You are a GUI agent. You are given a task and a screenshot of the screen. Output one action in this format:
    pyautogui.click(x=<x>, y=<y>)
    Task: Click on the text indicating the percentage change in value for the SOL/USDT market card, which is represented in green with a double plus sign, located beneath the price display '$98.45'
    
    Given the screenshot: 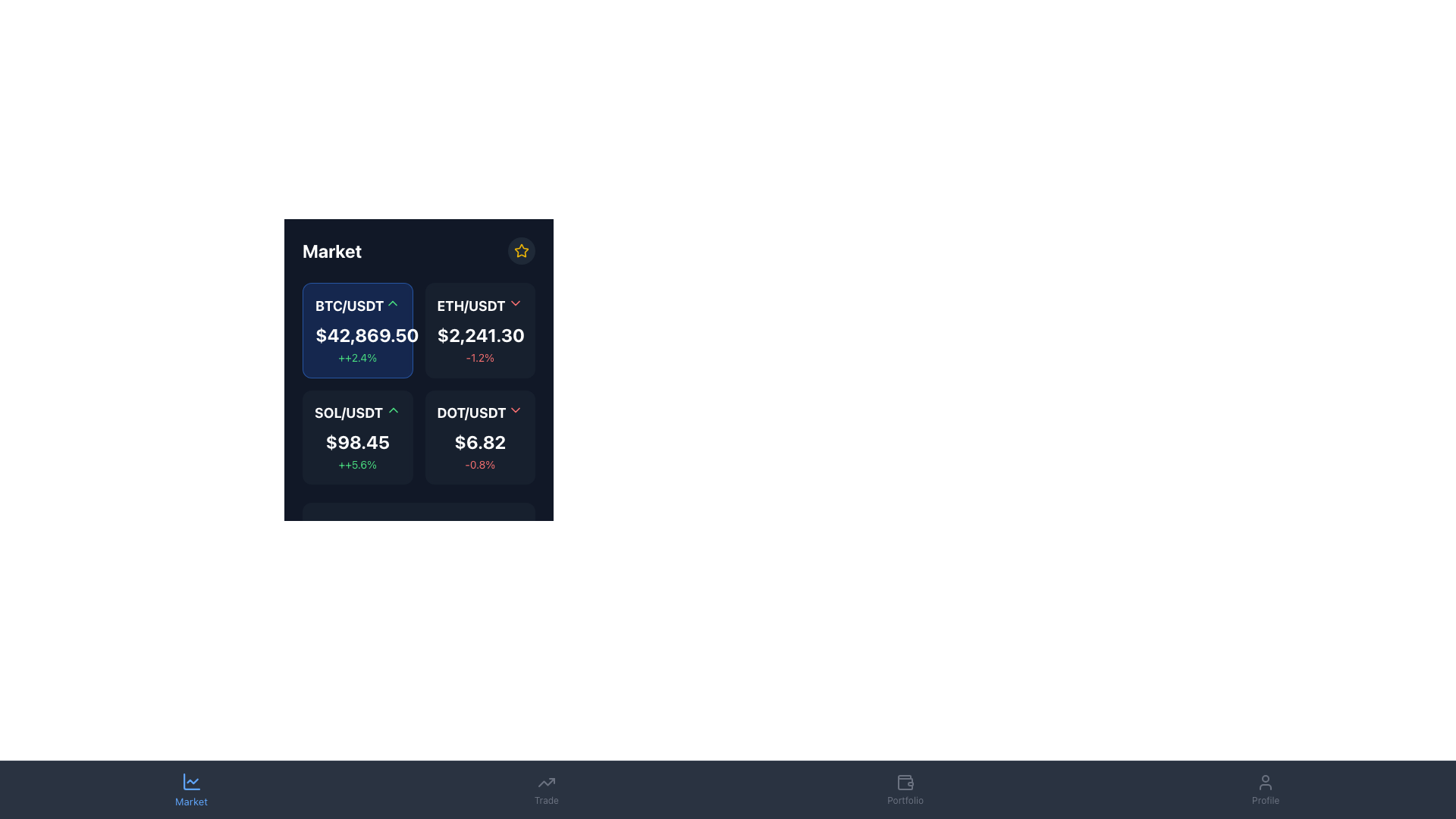 What is the action you would take?
    pyautogui.click(x=356, y=464)
    